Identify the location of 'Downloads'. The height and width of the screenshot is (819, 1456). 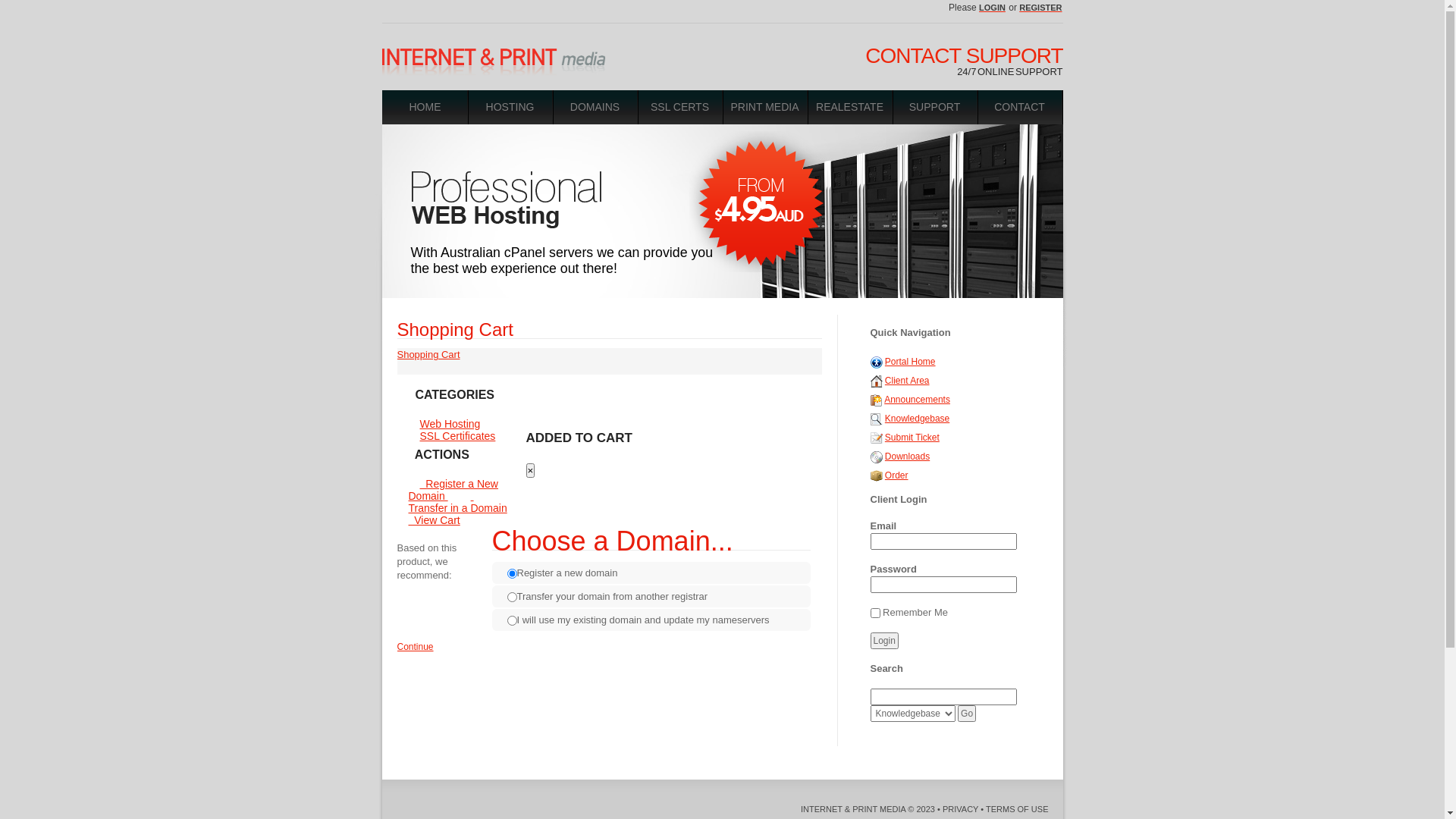
(877, 455).